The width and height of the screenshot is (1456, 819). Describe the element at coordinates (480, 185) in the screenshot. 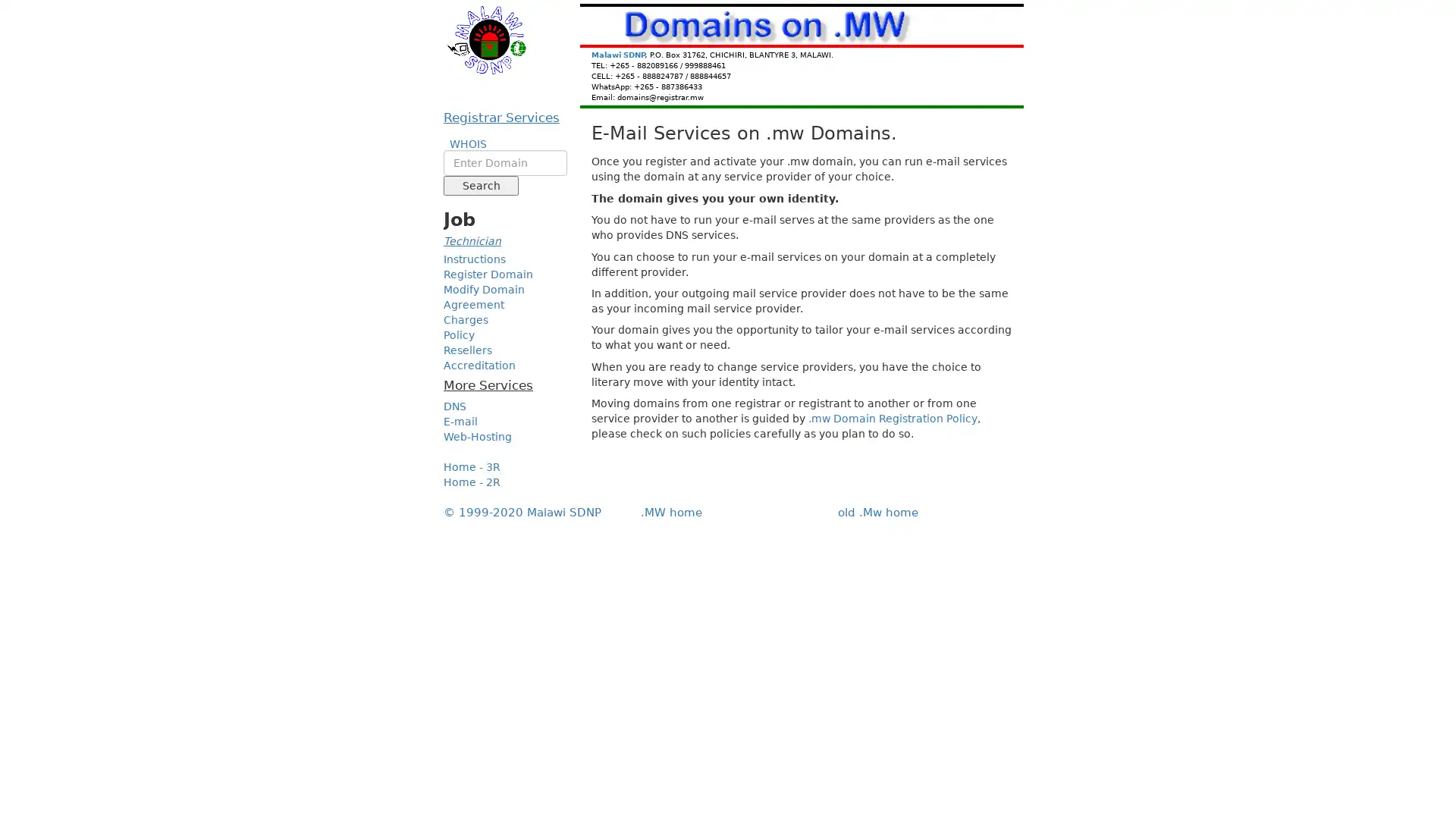

I see `Search` at that location.